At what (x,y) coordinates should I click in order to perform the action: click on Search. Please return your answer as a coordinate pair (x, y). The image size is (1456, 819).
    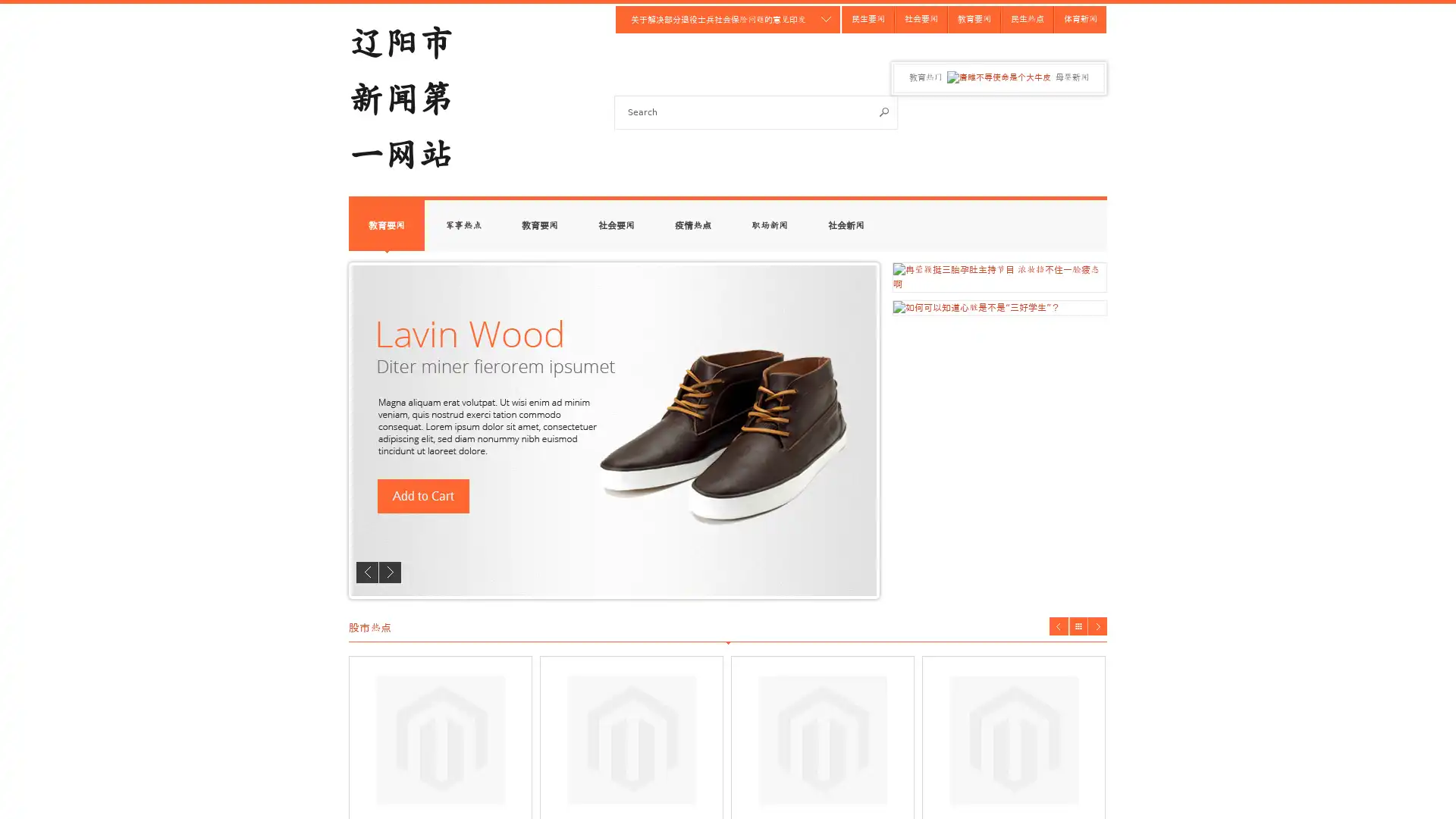
    Looking at the image, I should click on (884, 111).